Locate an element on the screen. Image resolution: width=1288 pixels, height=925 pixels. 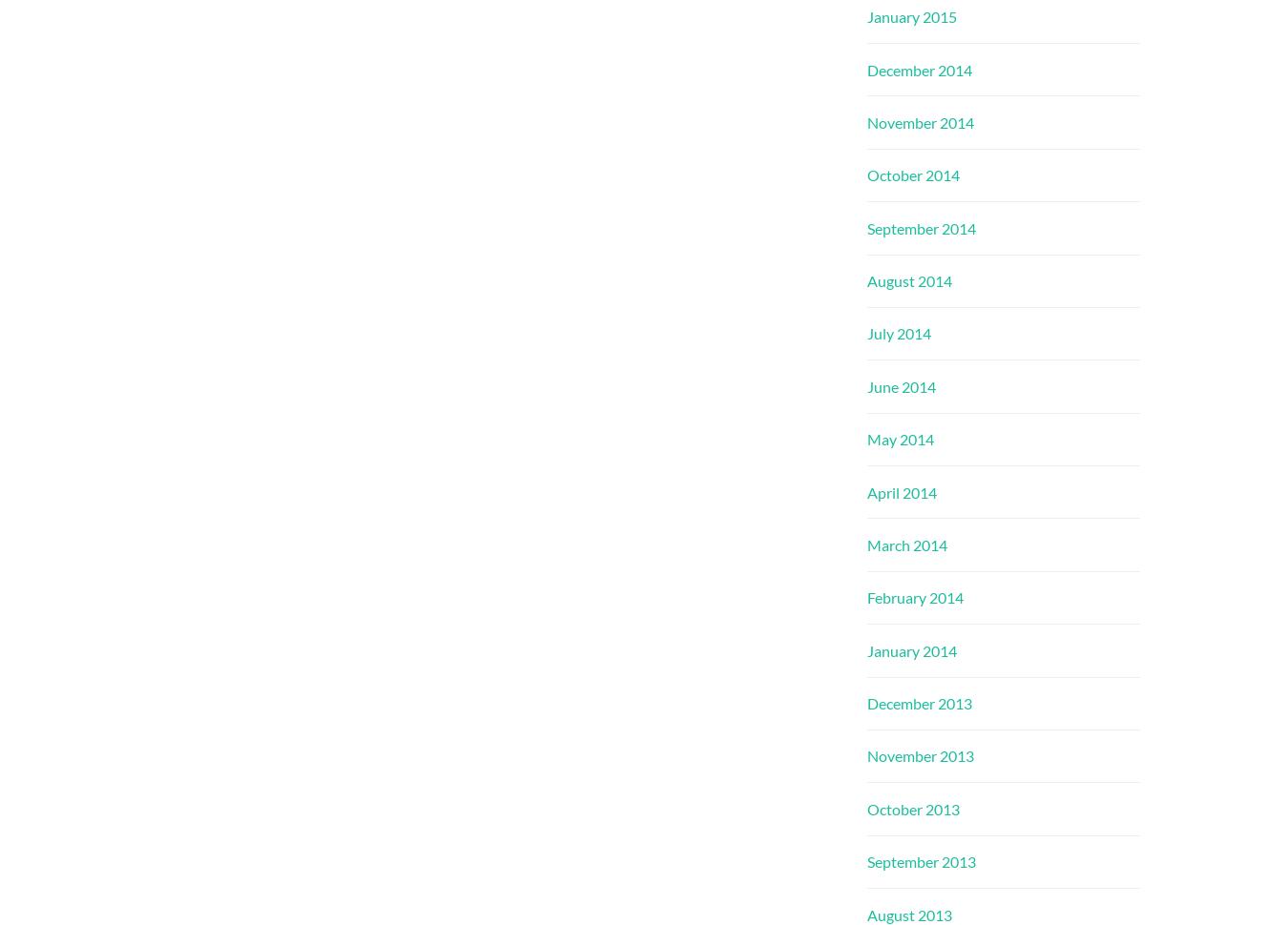
'February 2014' is located at coordinates (914, 597).